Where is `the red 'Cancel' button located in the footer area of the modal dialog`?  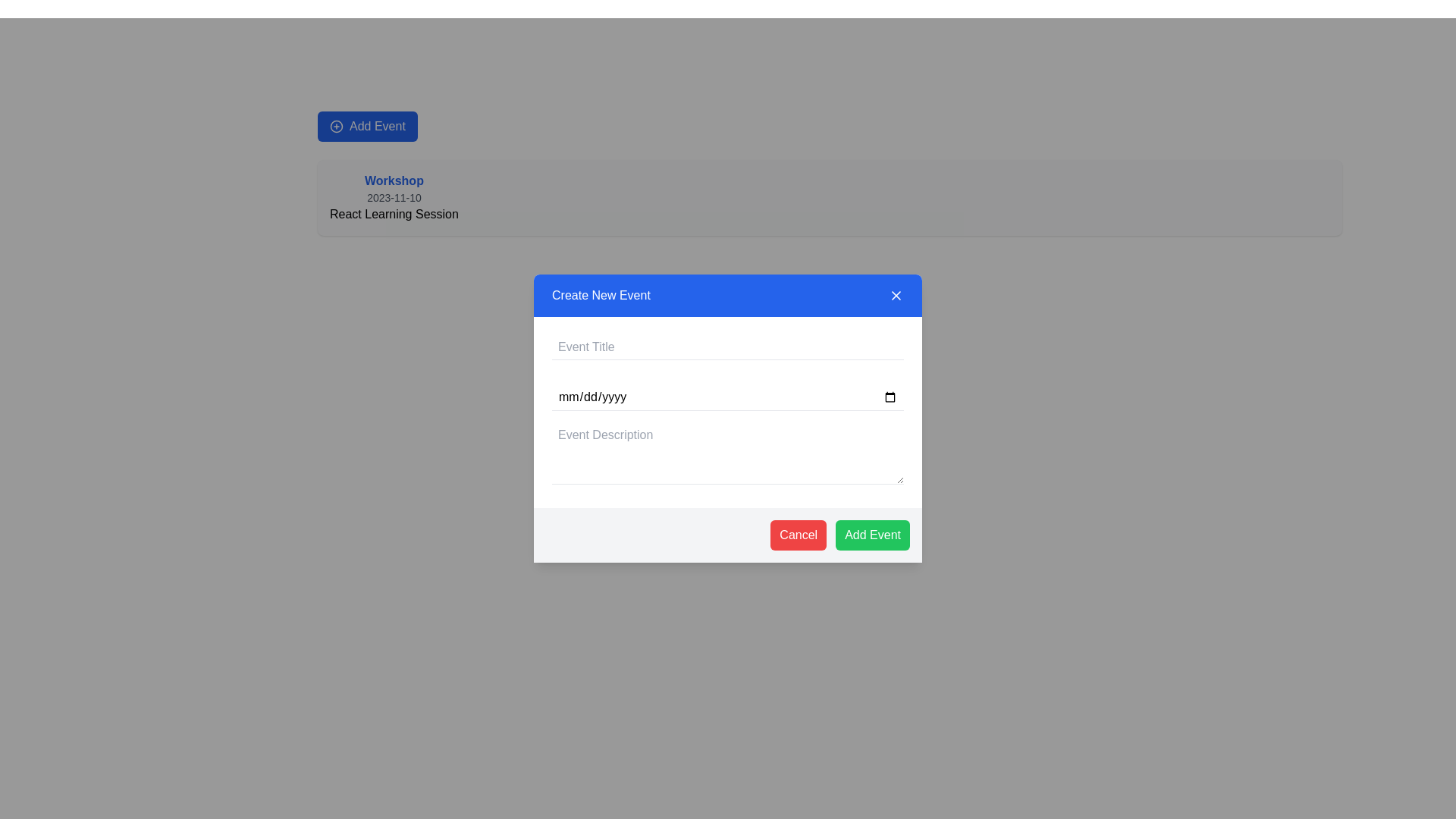
the red 'Cancel' button located in the footer area of the modal dialog is located at coordinates (798, 534).